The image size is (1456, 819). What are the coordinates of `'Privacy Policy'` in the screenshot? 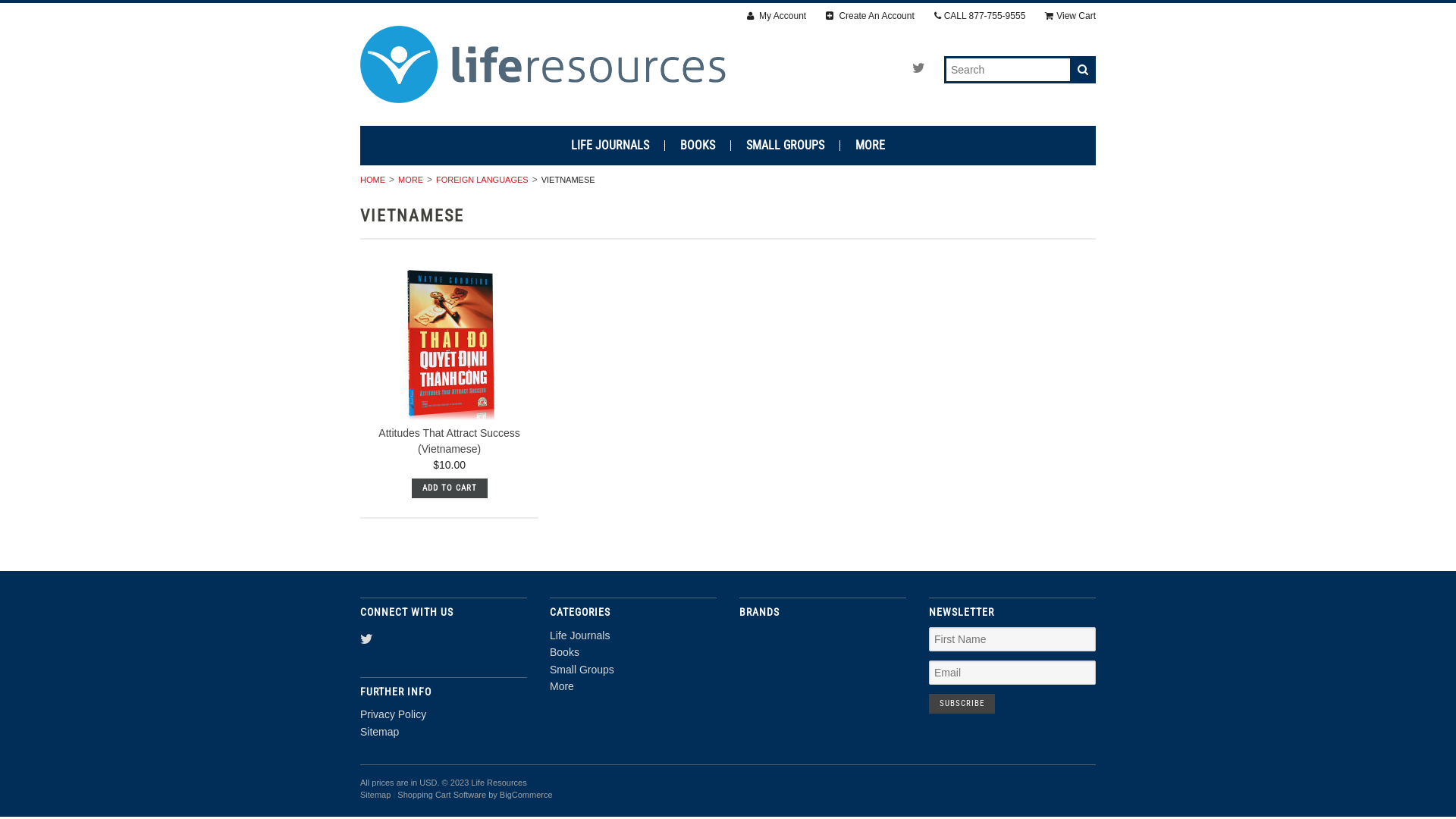 It's located at (393, 714).